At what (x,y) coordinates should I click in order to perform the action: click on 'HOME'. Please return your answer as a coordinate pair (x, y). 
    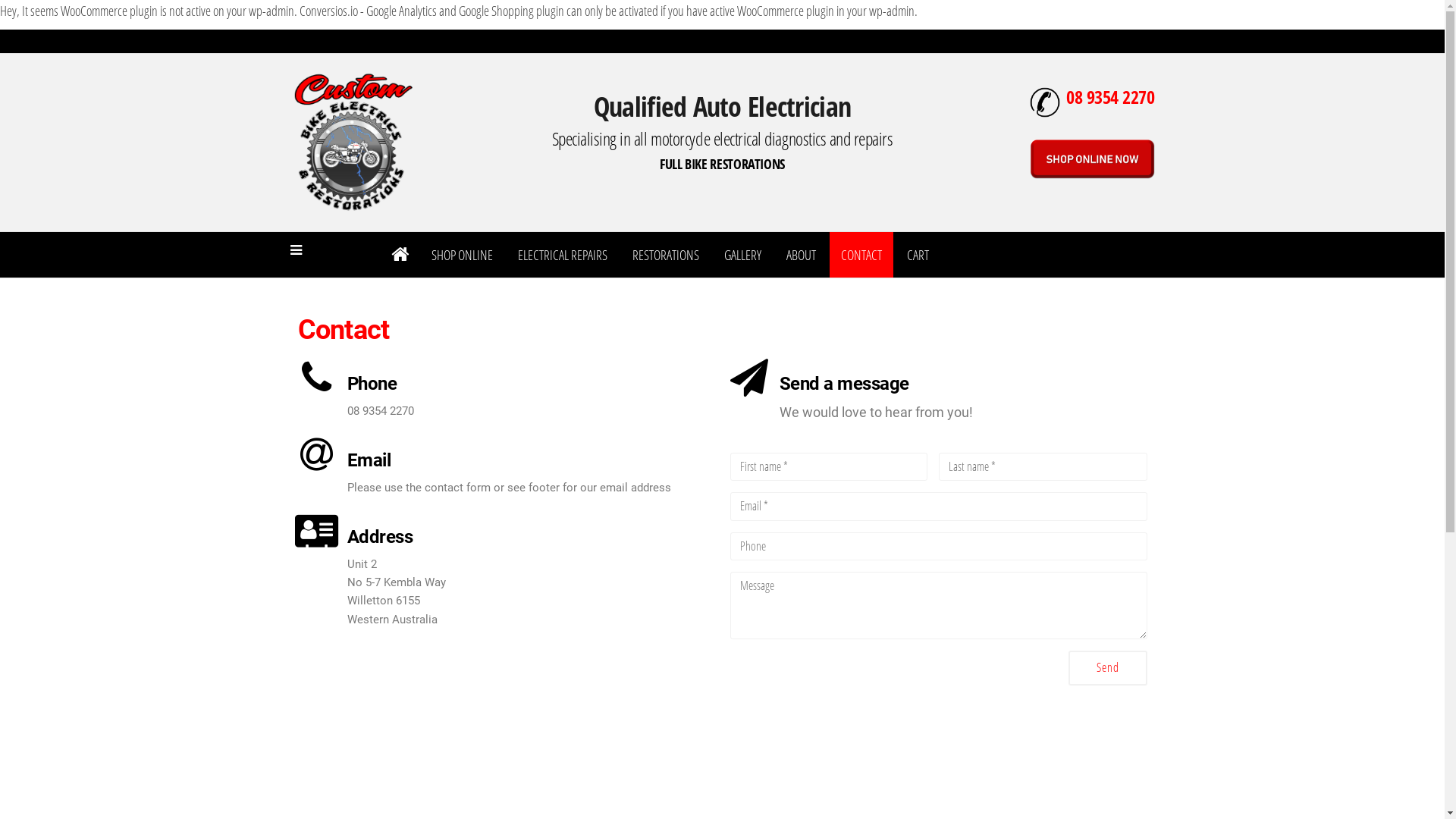
    Looking at the image, I should click on (399, 253).